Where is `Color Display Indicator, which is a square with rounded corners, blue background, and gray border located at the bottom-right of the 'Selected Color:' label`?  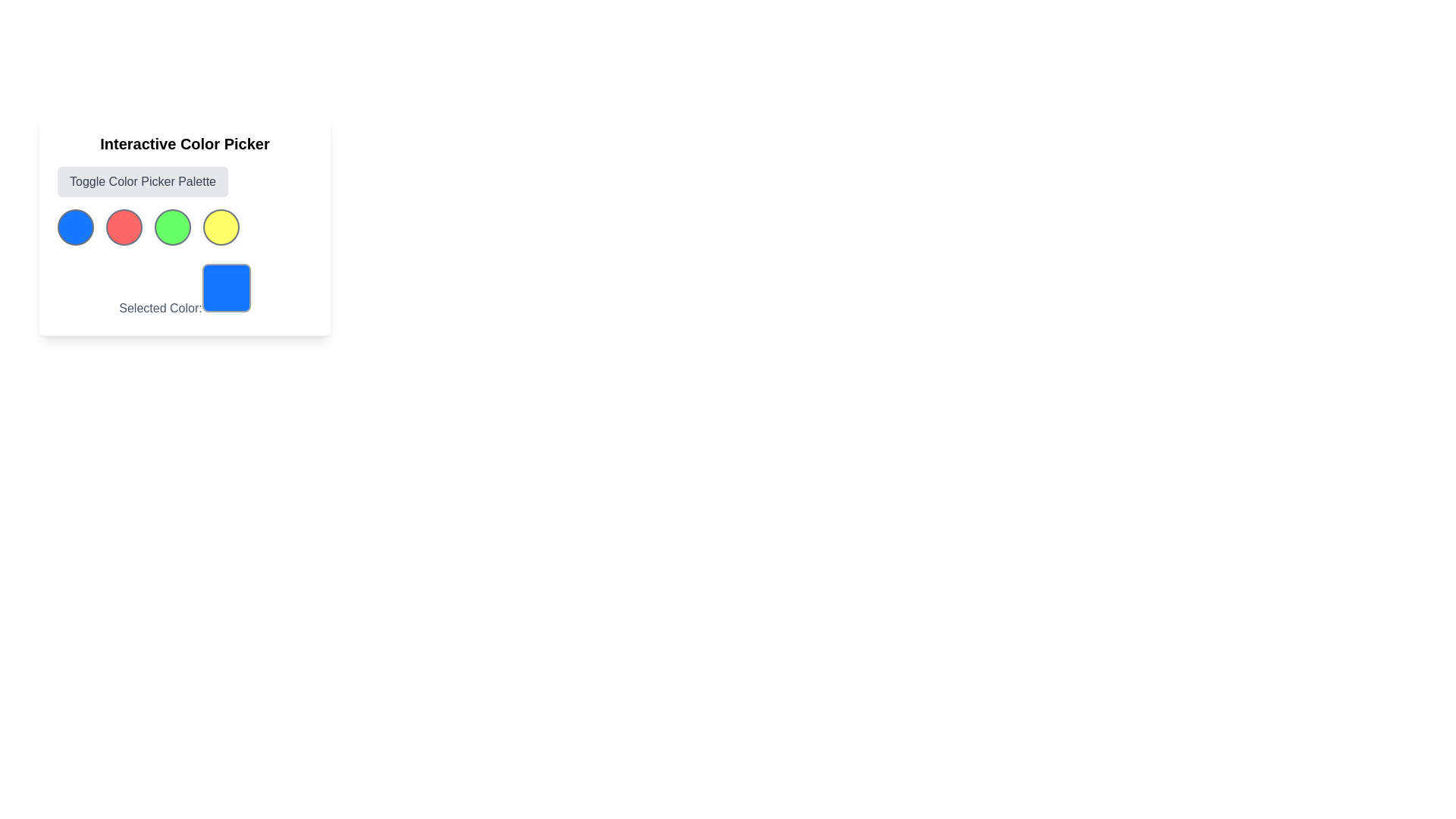
Color Display Indicator, which is a square with rounded corners, blue background, and gray border located at the bottom-right of the 'Selected Color:' label is located at coordinates (225, 288).